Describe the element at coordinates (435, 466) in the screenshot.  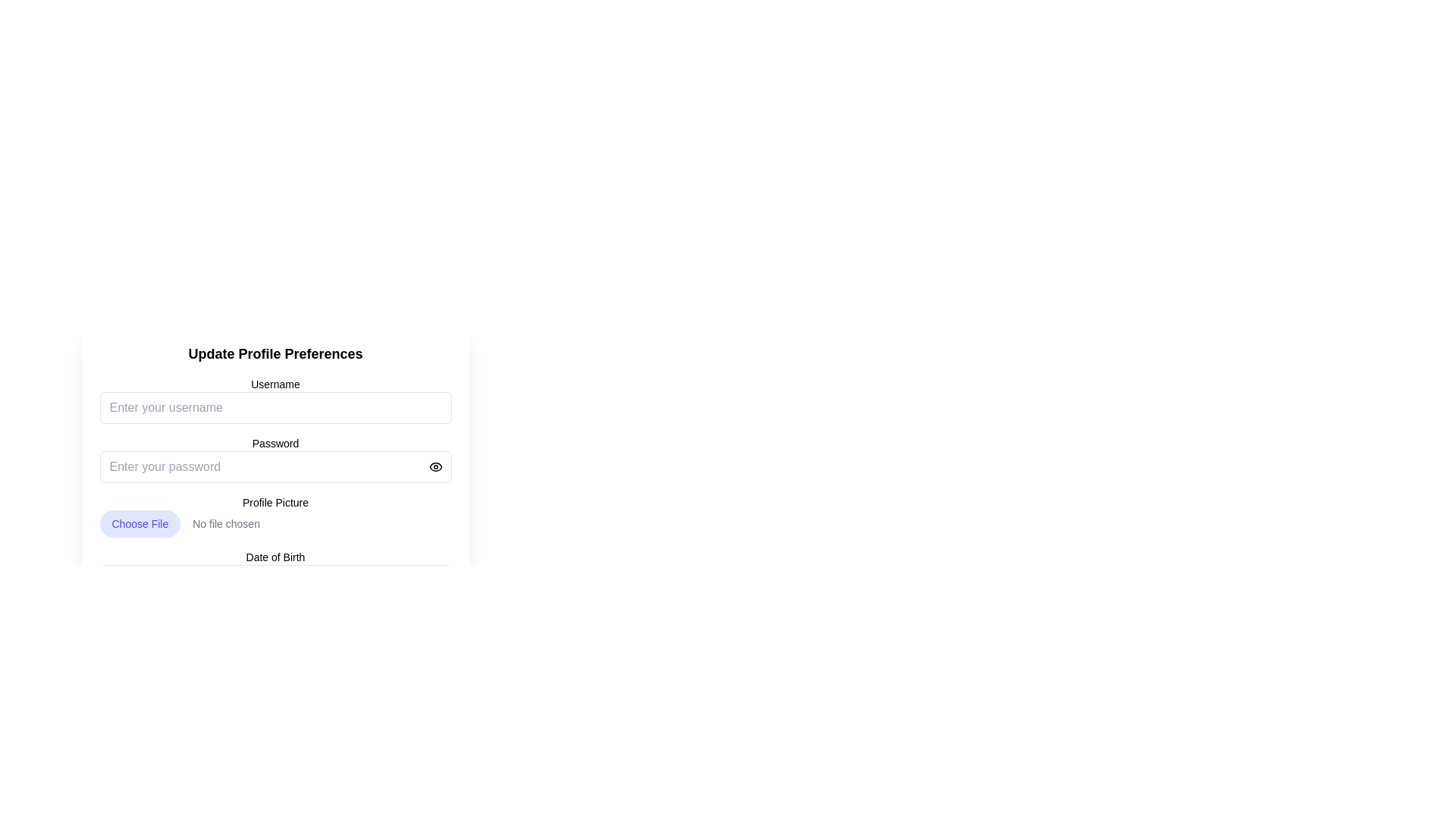
I see `the circular button with an eye icon` at that location.